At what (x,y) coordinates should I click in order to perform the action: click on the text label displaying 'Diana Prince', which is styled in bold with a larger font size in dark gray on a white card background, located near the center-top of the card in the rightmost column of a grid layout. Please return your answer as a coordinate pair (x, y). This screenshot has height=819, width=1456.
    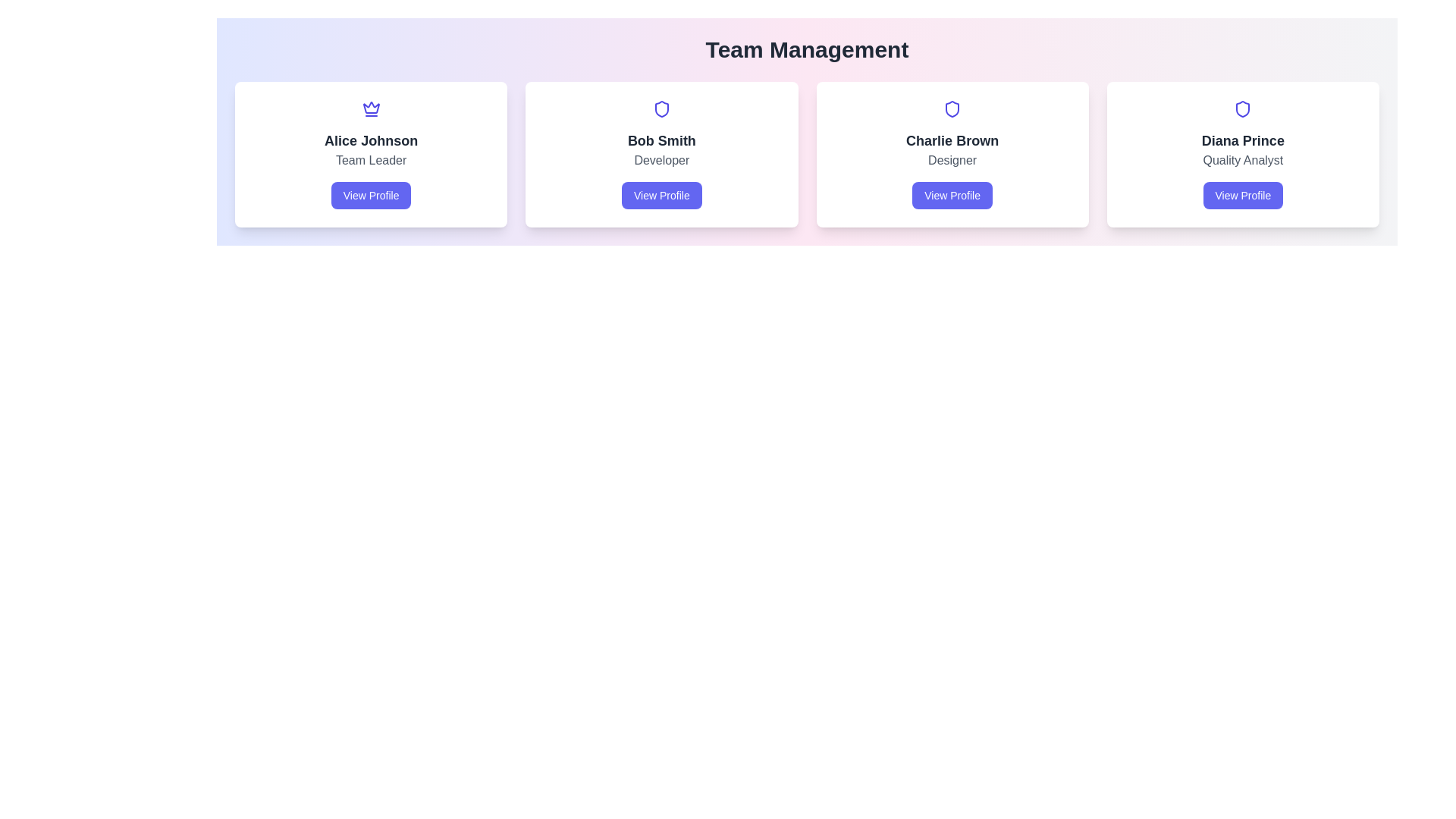
    Looking at the image, I should click on (1243, 140).